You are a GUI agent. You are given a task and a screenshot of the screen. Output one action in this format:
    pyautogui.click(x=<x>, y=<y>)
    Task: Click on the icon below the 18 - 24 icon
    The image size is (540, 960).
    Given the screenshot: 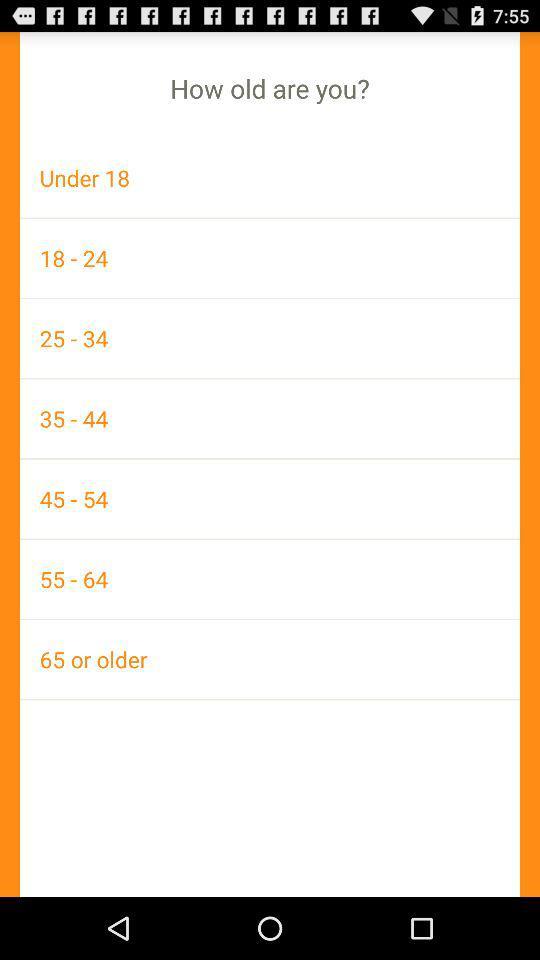 What is the action you would take?
    pyautogui.click(x=270, y=338)
    